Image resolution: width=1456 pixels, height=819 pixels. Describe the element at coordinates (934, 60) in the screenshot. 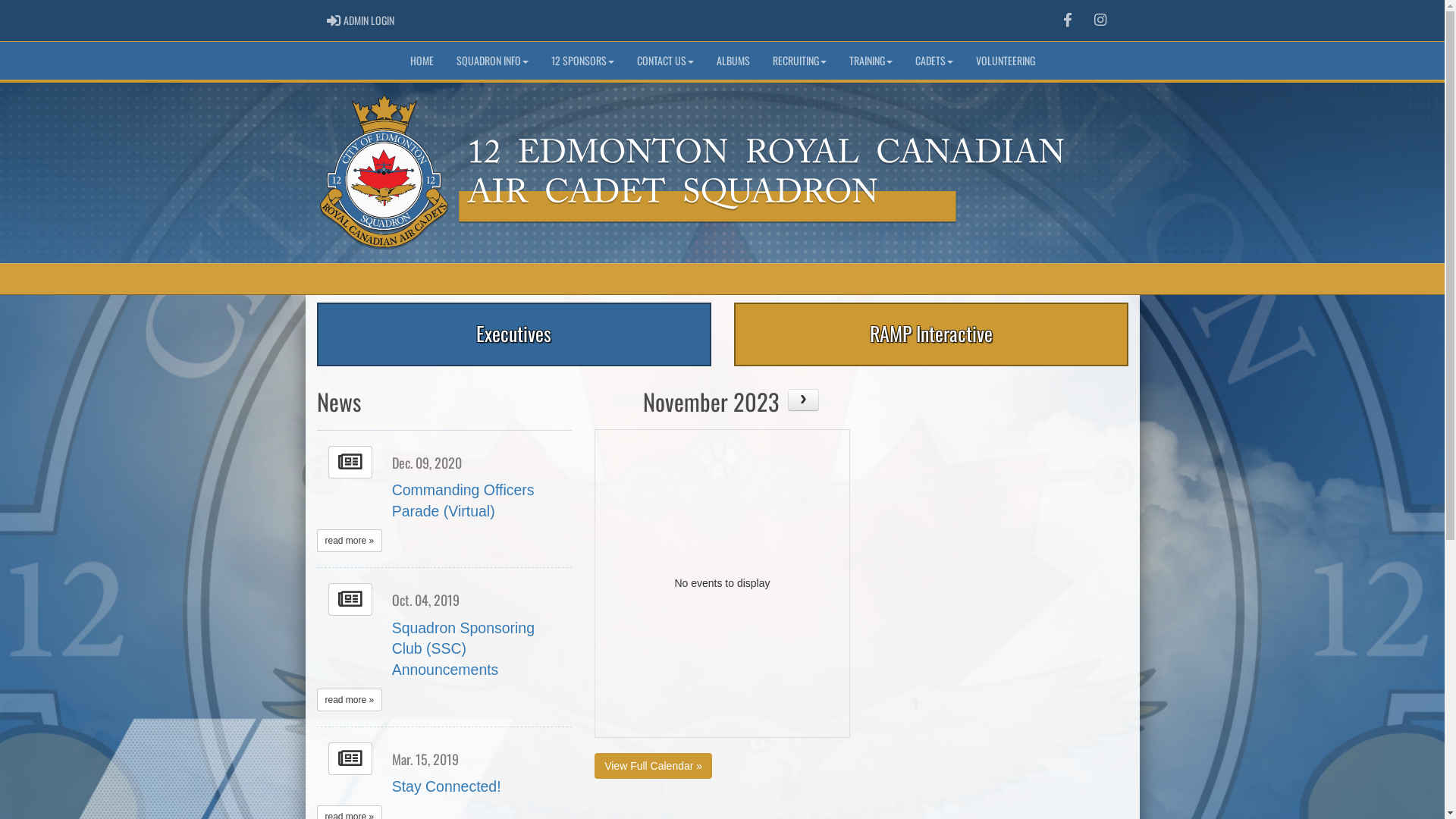

I see `'CADETS'` at that location.